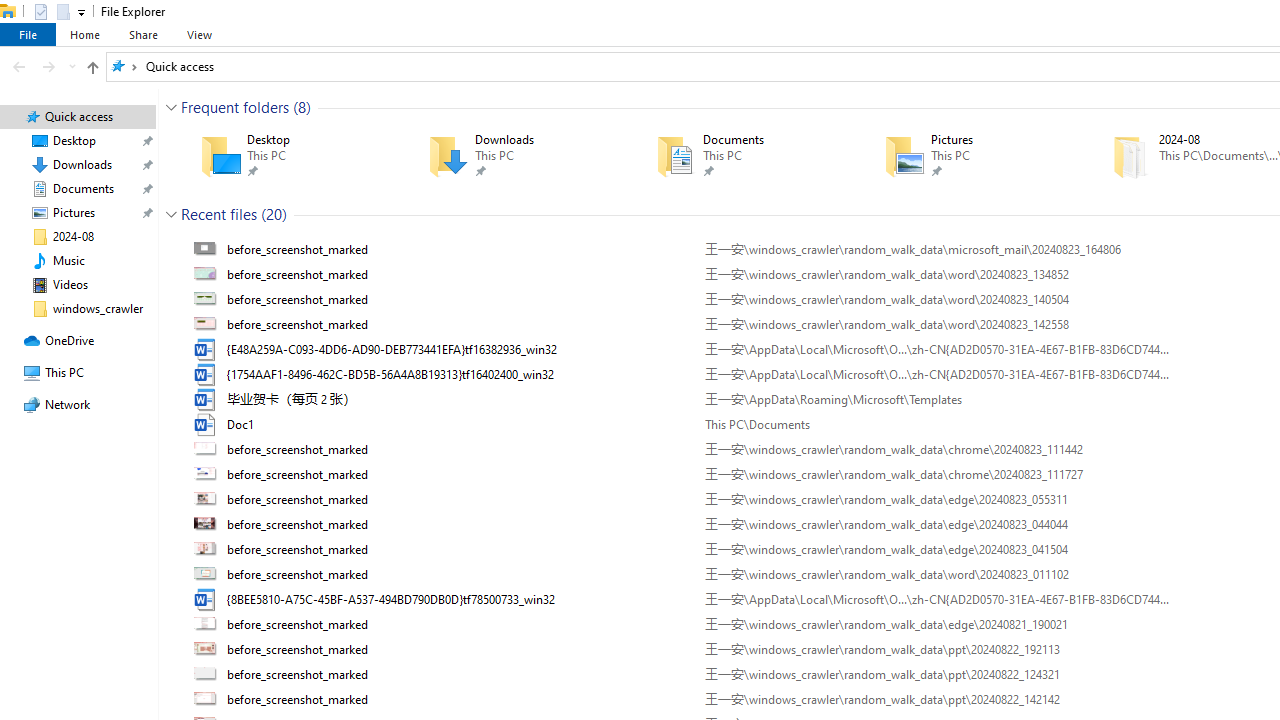 This screenshot has height=720, width=1280. What do you see at coordinates (969, 155) in the screenshot?
I see `'Pictures'` at bounding box center [969, 155].